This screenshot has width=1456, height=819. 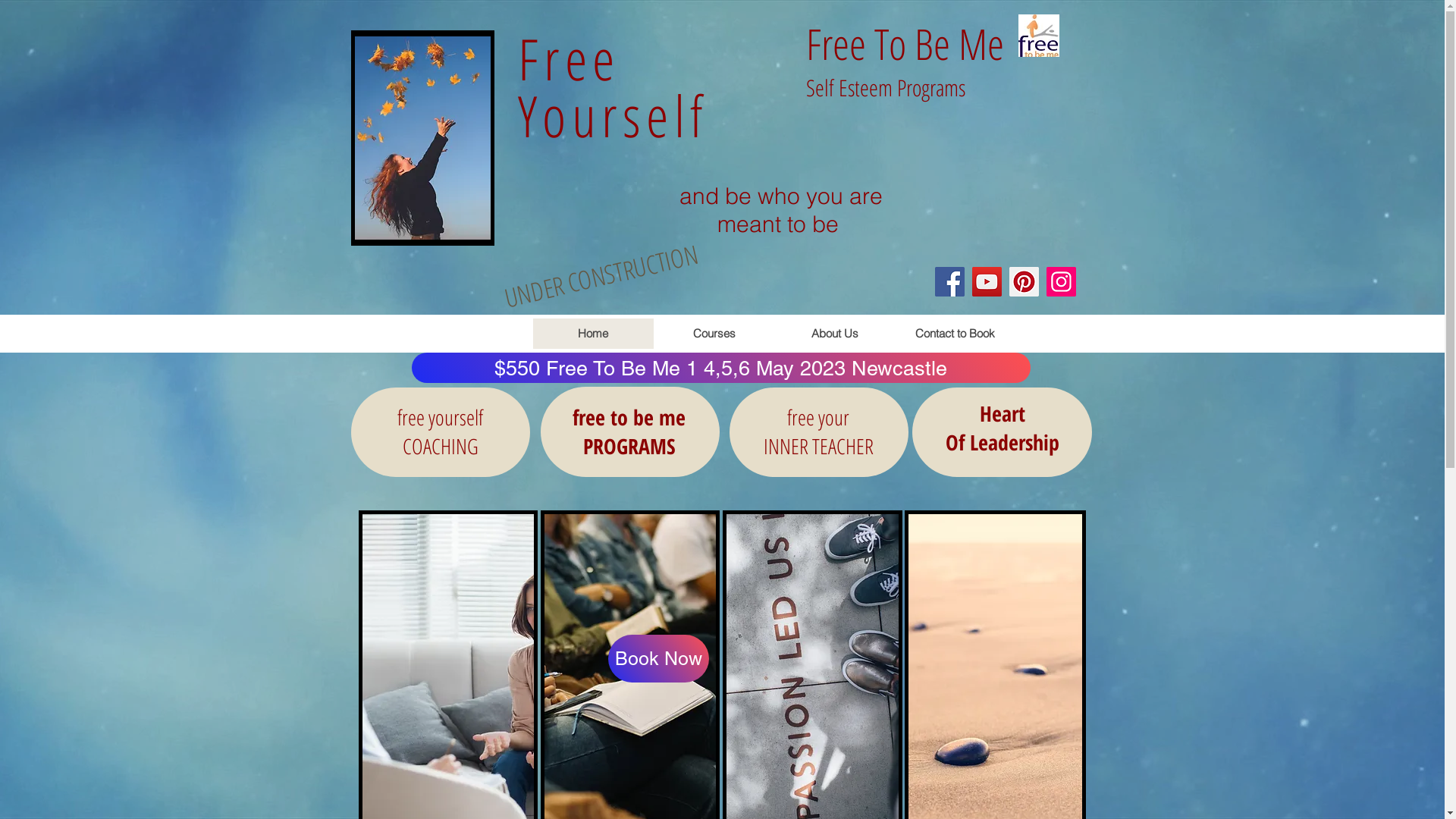 I want to click on 'Book Now', so click(x=658, y=657).